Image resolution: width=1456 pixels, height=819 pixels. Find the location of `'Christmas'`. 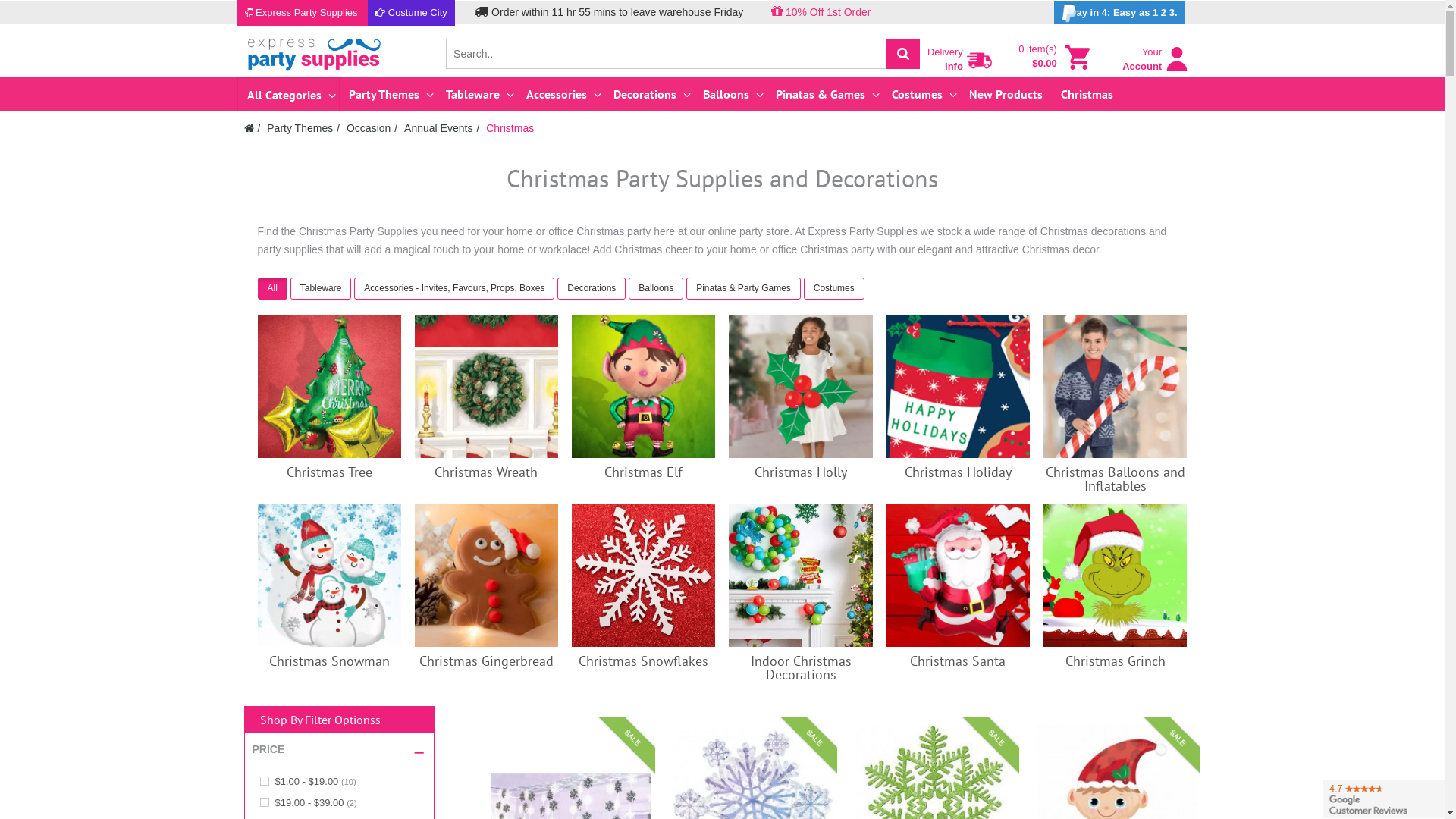

'Christmas' is located at coordinates (510, 127).